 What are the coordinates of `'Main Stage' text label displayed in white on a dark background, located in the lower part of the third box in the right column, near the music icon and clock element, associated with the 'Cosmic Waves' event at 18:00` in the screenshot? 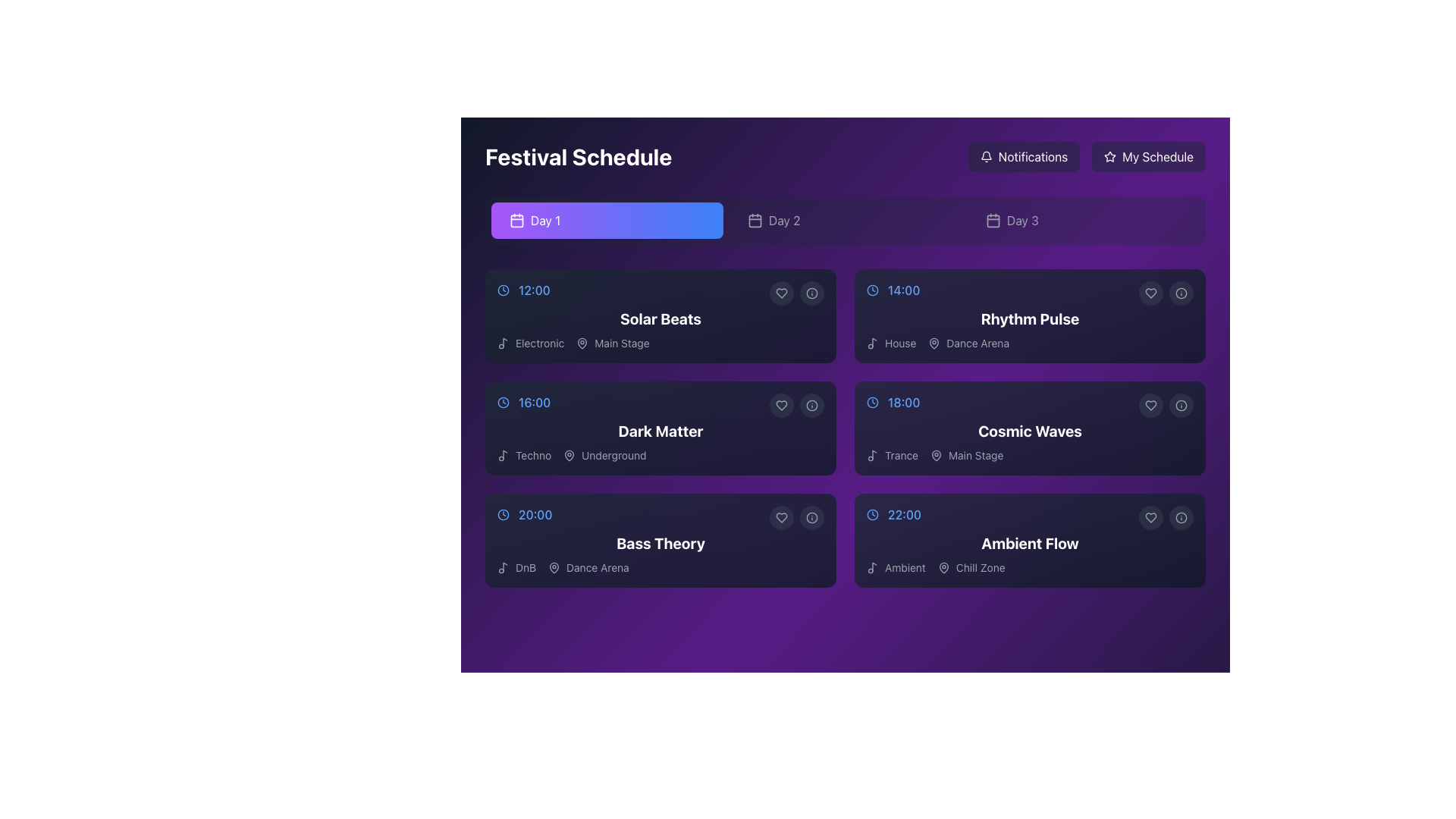 It's located at (976, 455).